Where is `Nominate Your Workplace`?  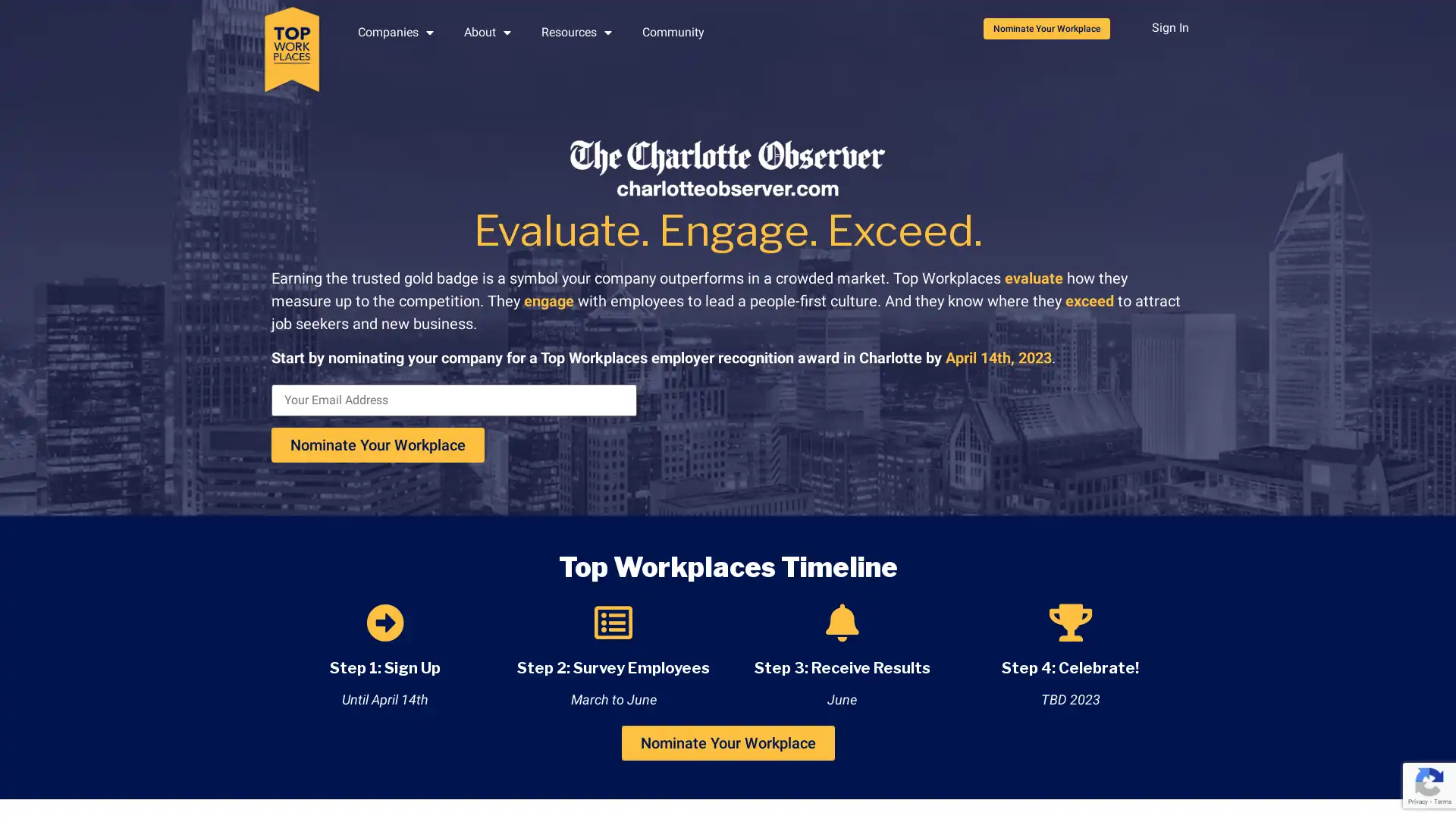 Nominate Your Workplace is located at coordinates (726, 742).